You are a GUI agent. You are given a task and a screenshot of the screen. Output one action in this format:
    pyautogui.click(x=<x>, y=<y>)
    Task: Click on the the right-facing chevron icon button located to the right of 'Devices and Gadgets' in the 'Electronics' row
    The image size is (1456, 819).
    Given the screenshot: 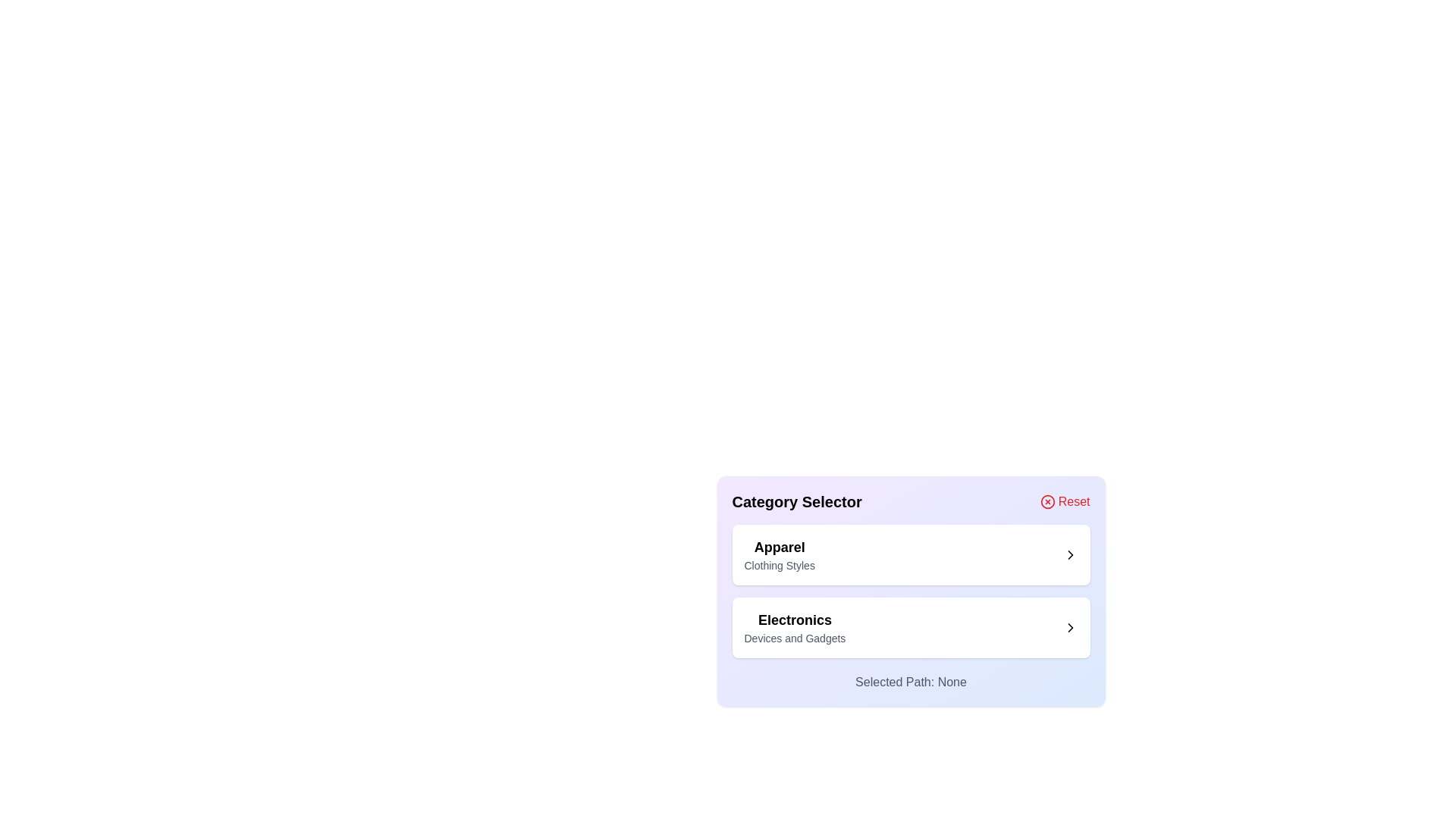 What is the action you would take?
    pyautogui.click(x=1069, y=628)
    